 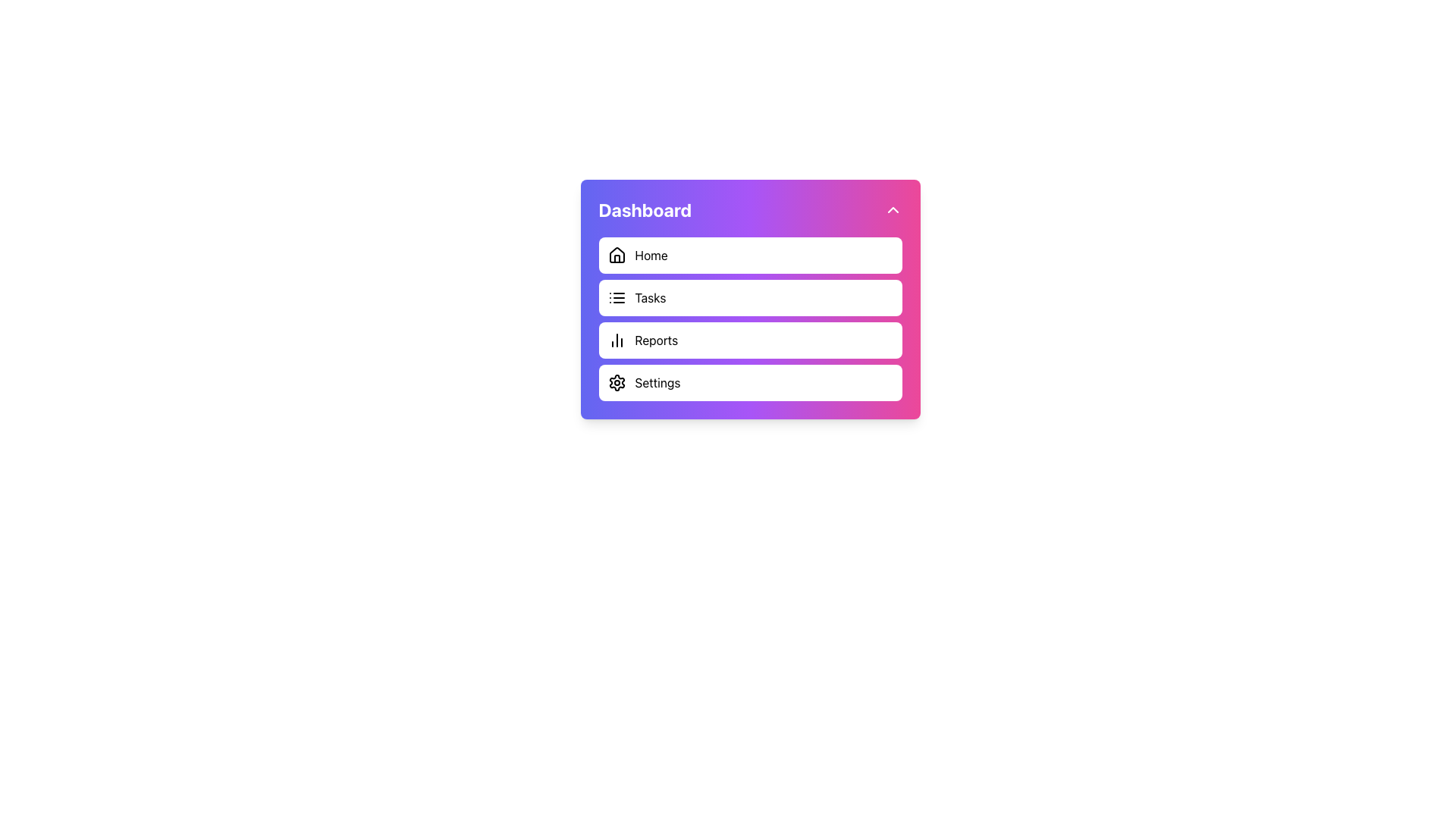 I want to click on the decorative graphic icon that represents the 'Tasks' menu item, located to the immediate left of the 'Tasks' text label in the vertical sidebar menu on the dashboard interface, so click(x=617, y=298).